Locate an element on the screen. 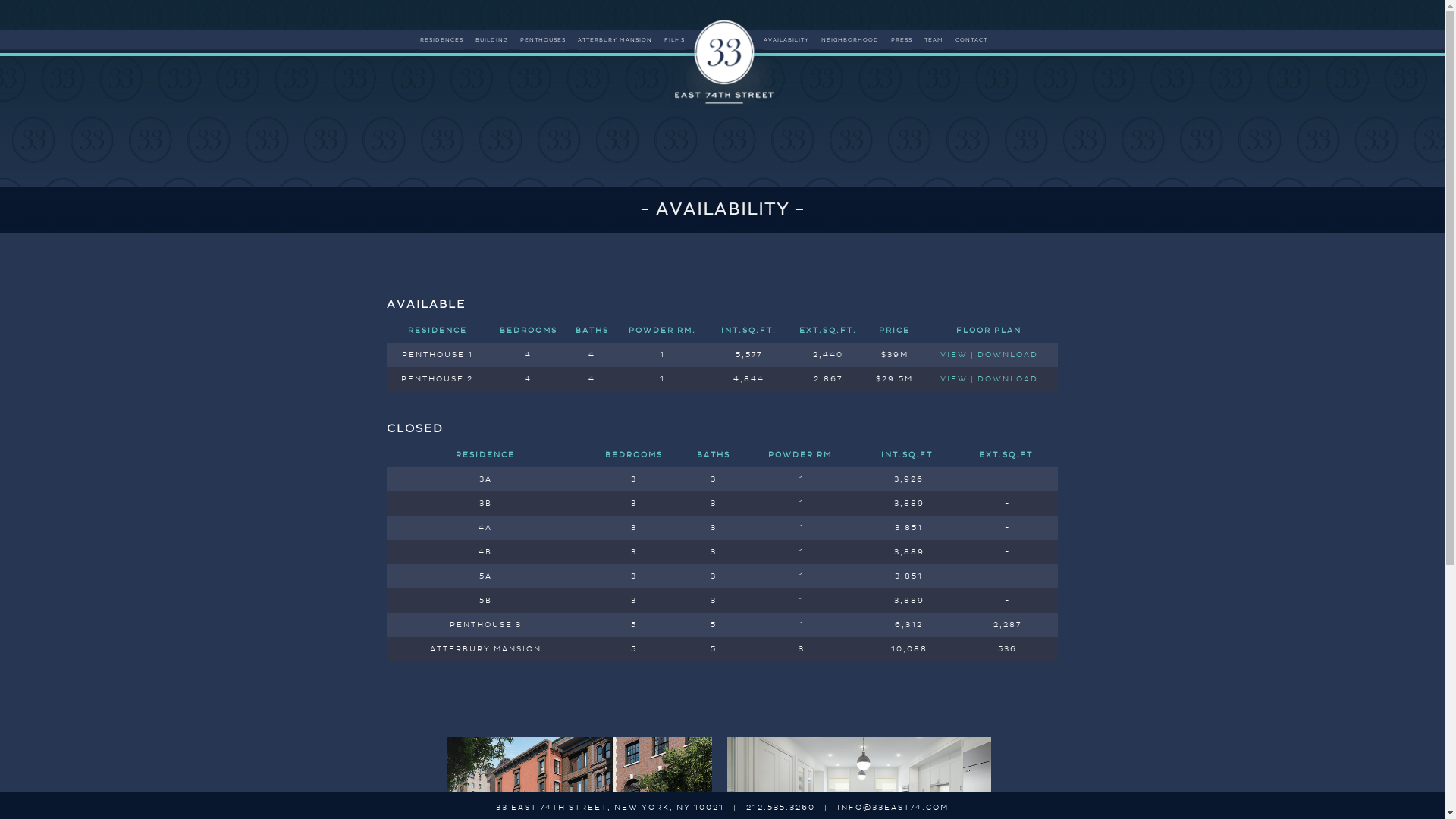 The image size is (1456, 819). 'RESIDENCES' is located at coordinates (441, 39).